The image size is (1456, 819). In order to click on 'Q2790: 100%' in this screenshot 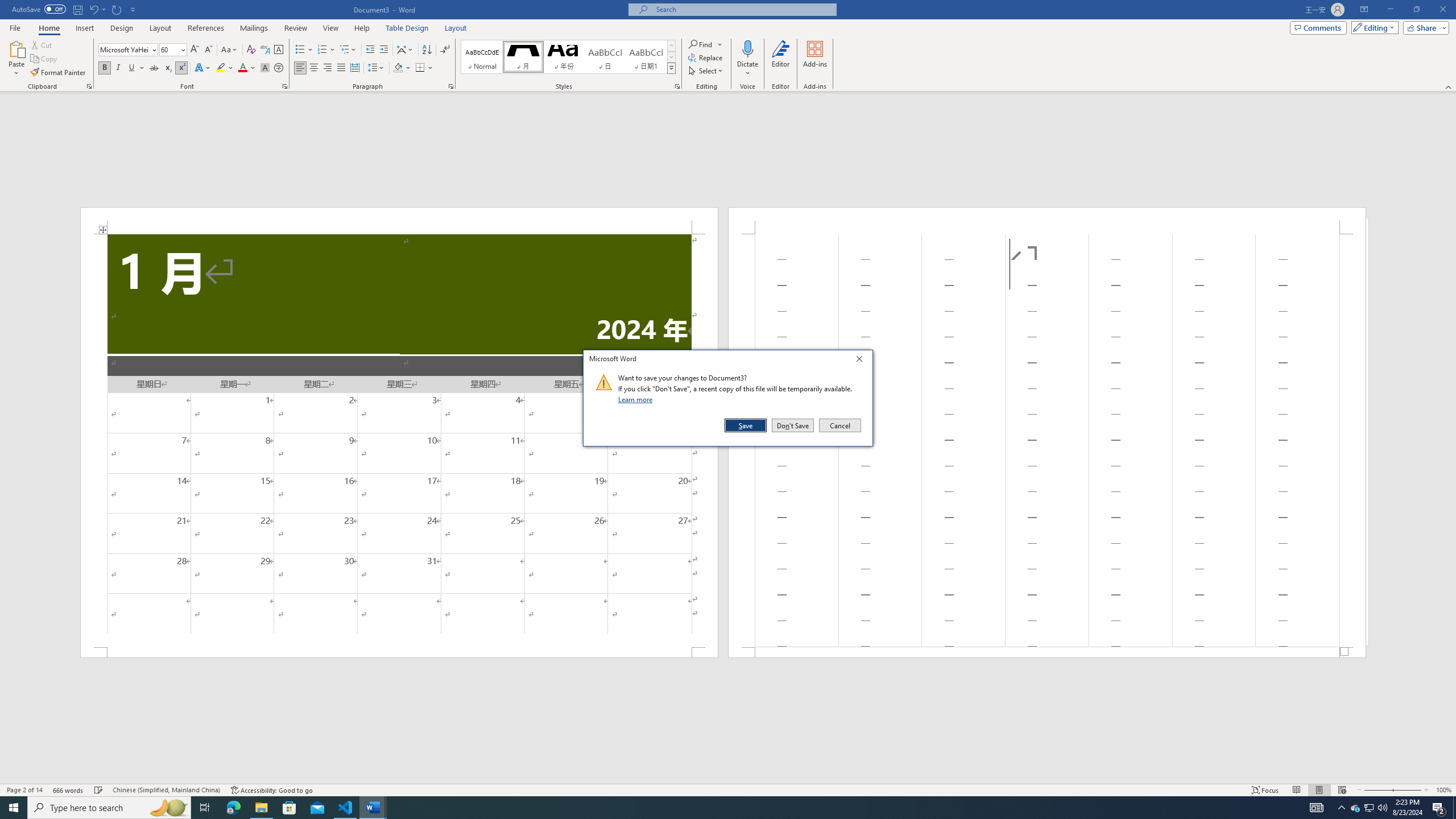, I will do `click(1381, 806)`.